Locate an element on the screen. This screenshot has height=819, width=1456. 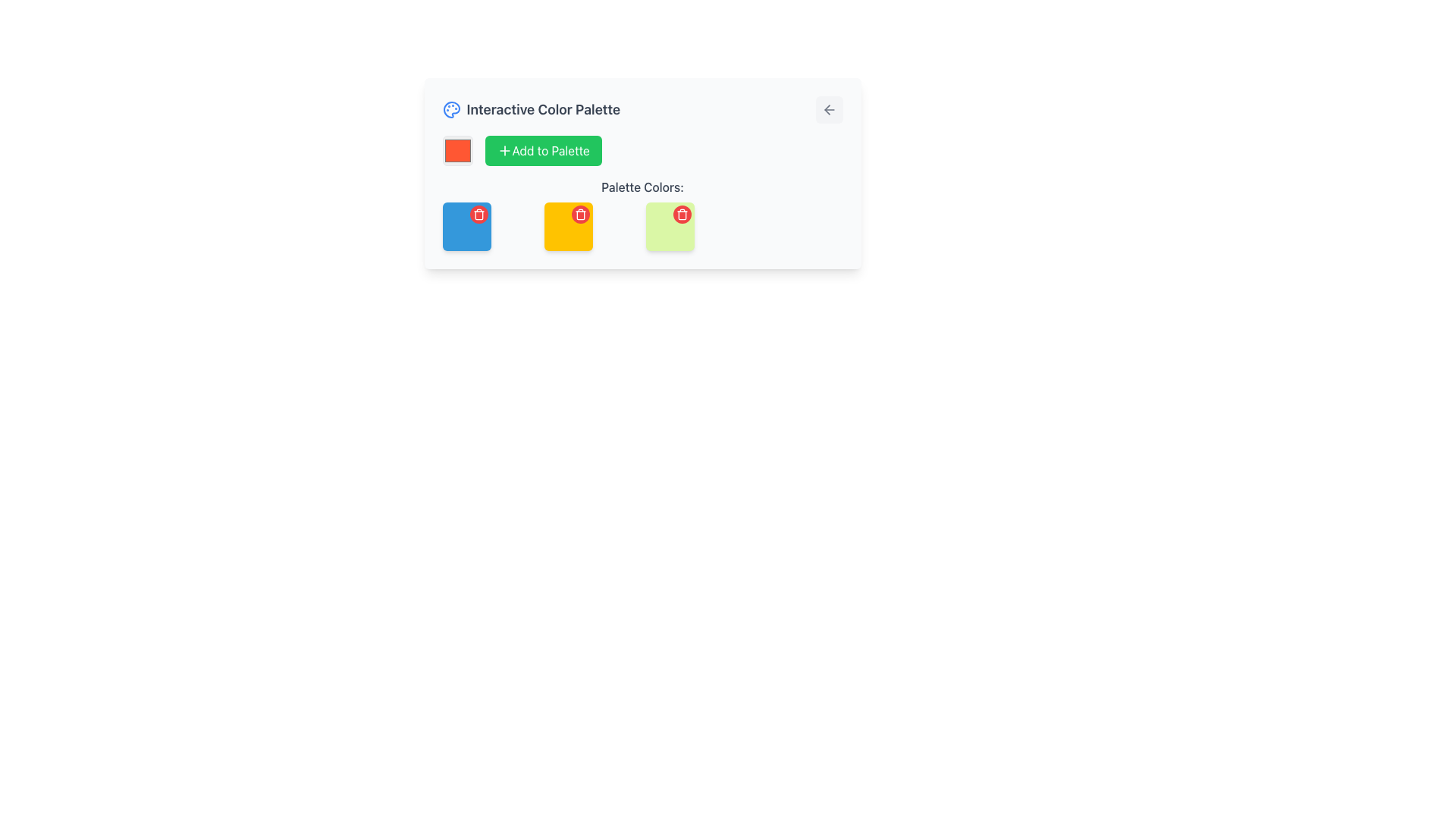
the green 'Add is located at coordinates (642, 151).